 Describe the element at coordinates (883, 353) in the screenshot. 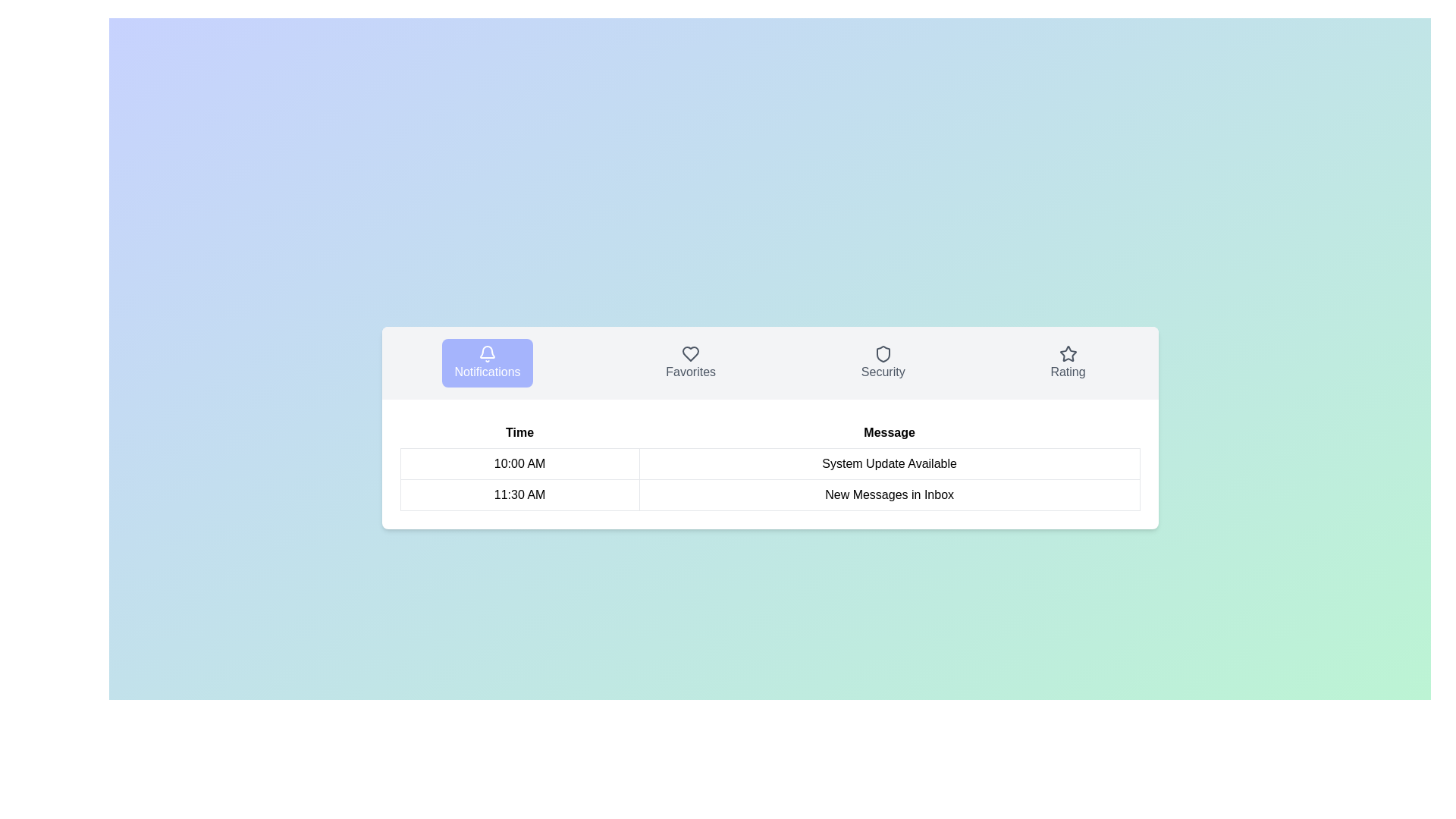

I see `the shield-shaped icon in the 'Security' section of the top navigation bar` at that location.